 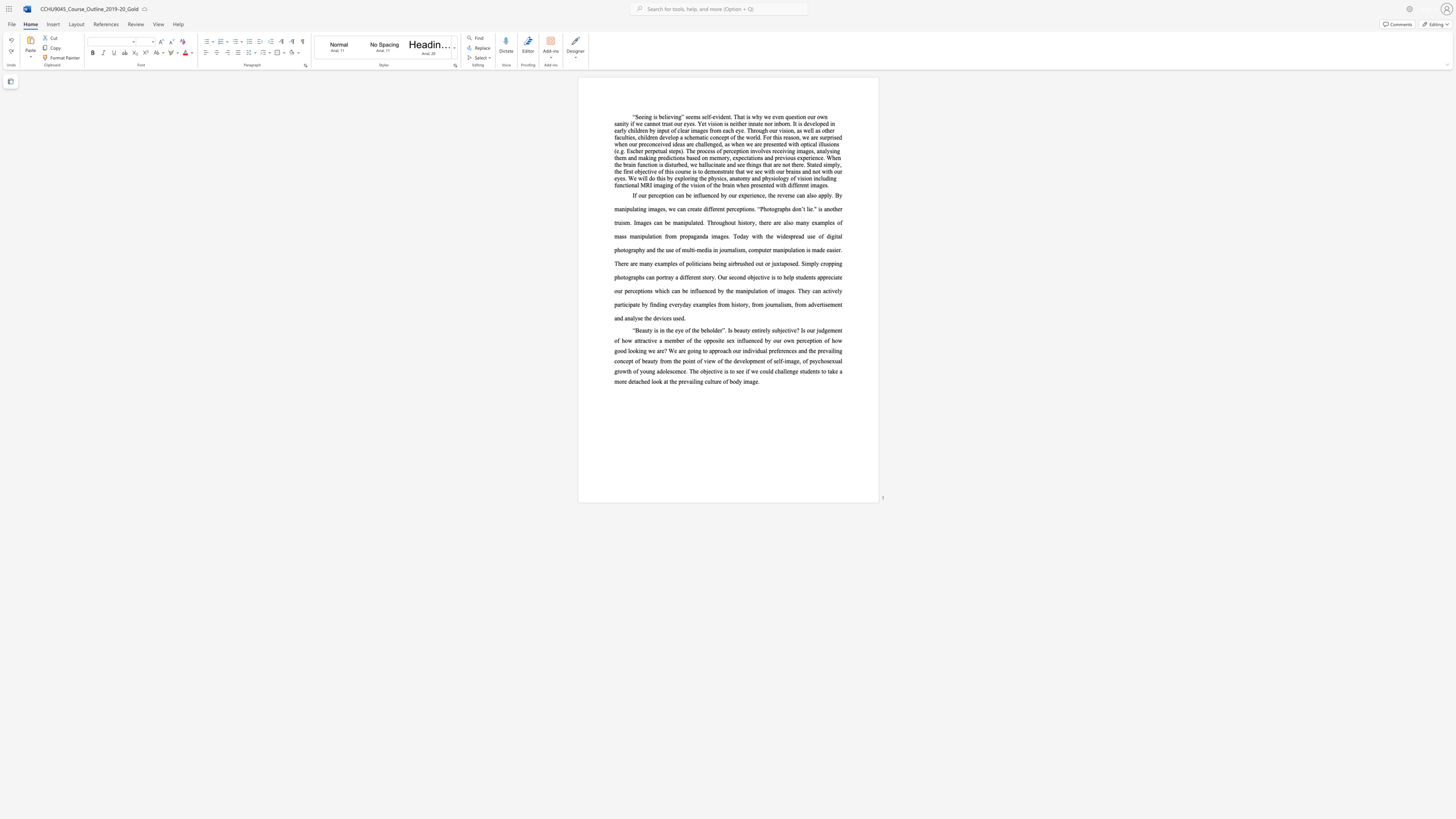 I want to click on the 15th character "e" in the text, so click(x=710, y=290).